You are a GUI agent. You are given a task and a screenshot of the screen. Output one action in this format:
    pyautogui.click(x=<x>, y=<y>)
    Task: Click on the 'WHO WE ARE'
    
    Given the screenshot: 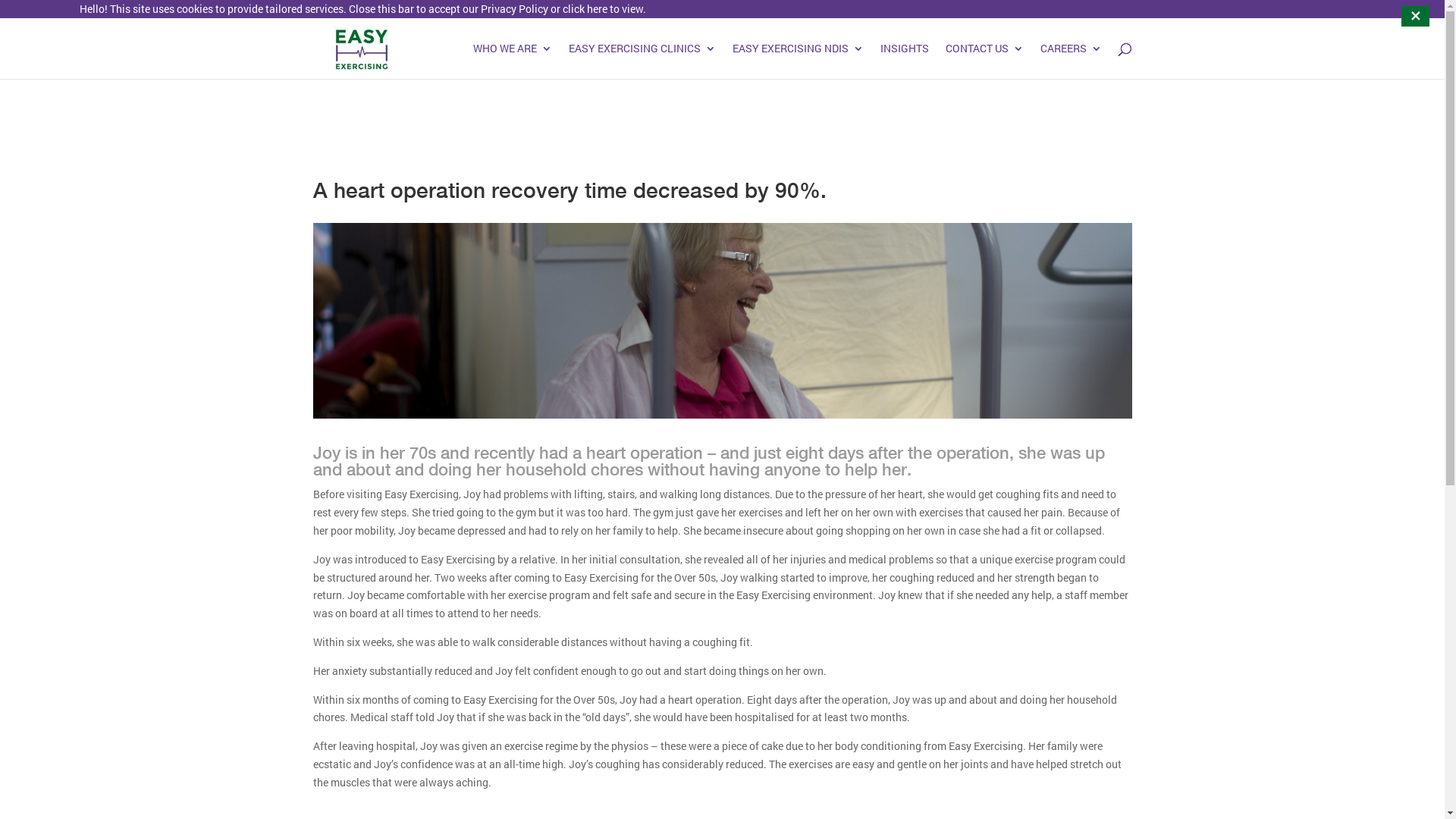 What is the action you would take?
    pyautogui.click(x=513, y=60)
    